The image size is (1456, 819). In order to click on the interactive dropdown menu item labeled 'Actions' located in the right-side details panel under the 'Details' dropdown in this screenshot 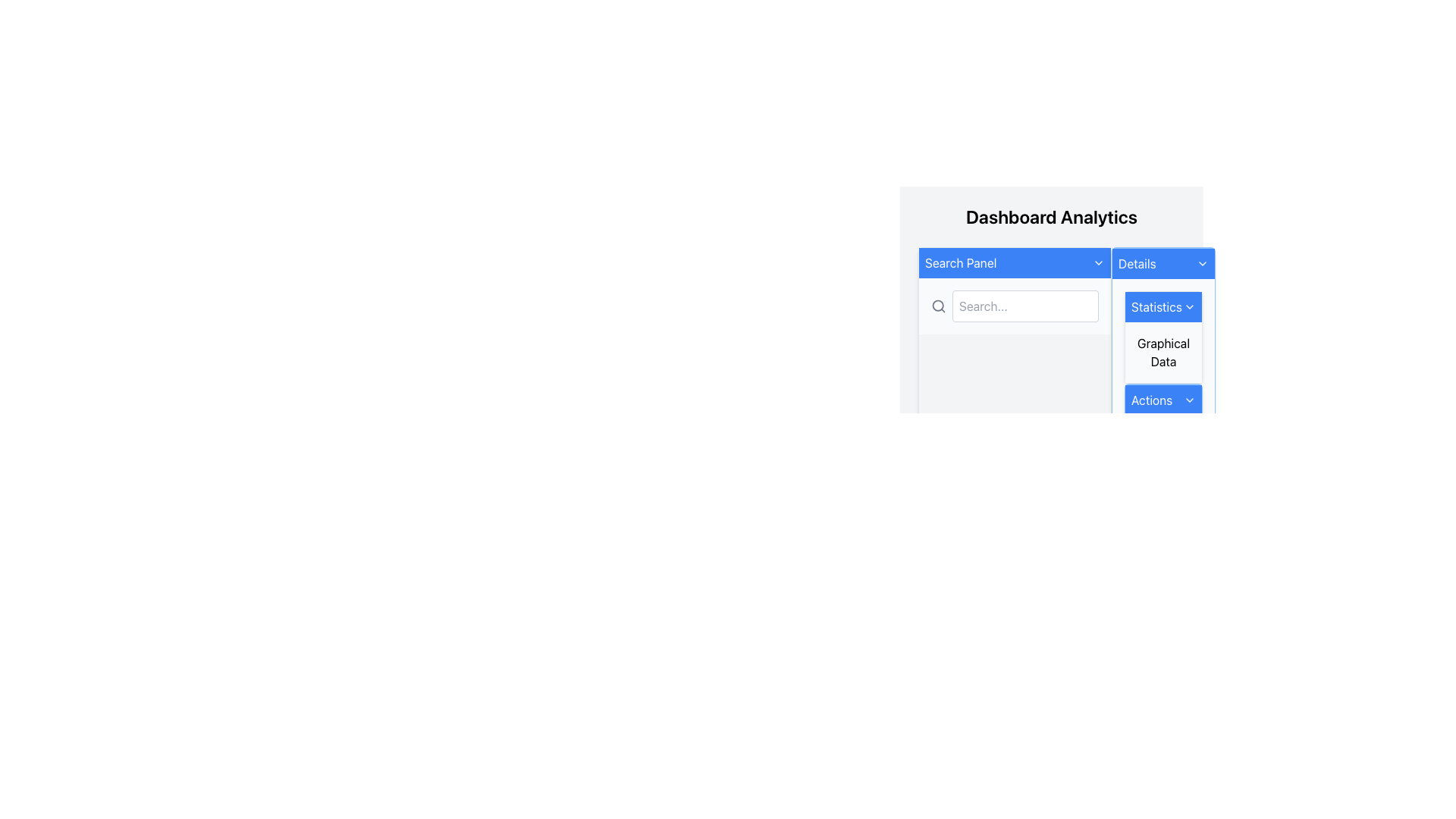, I will do `click(1163, 400)`.